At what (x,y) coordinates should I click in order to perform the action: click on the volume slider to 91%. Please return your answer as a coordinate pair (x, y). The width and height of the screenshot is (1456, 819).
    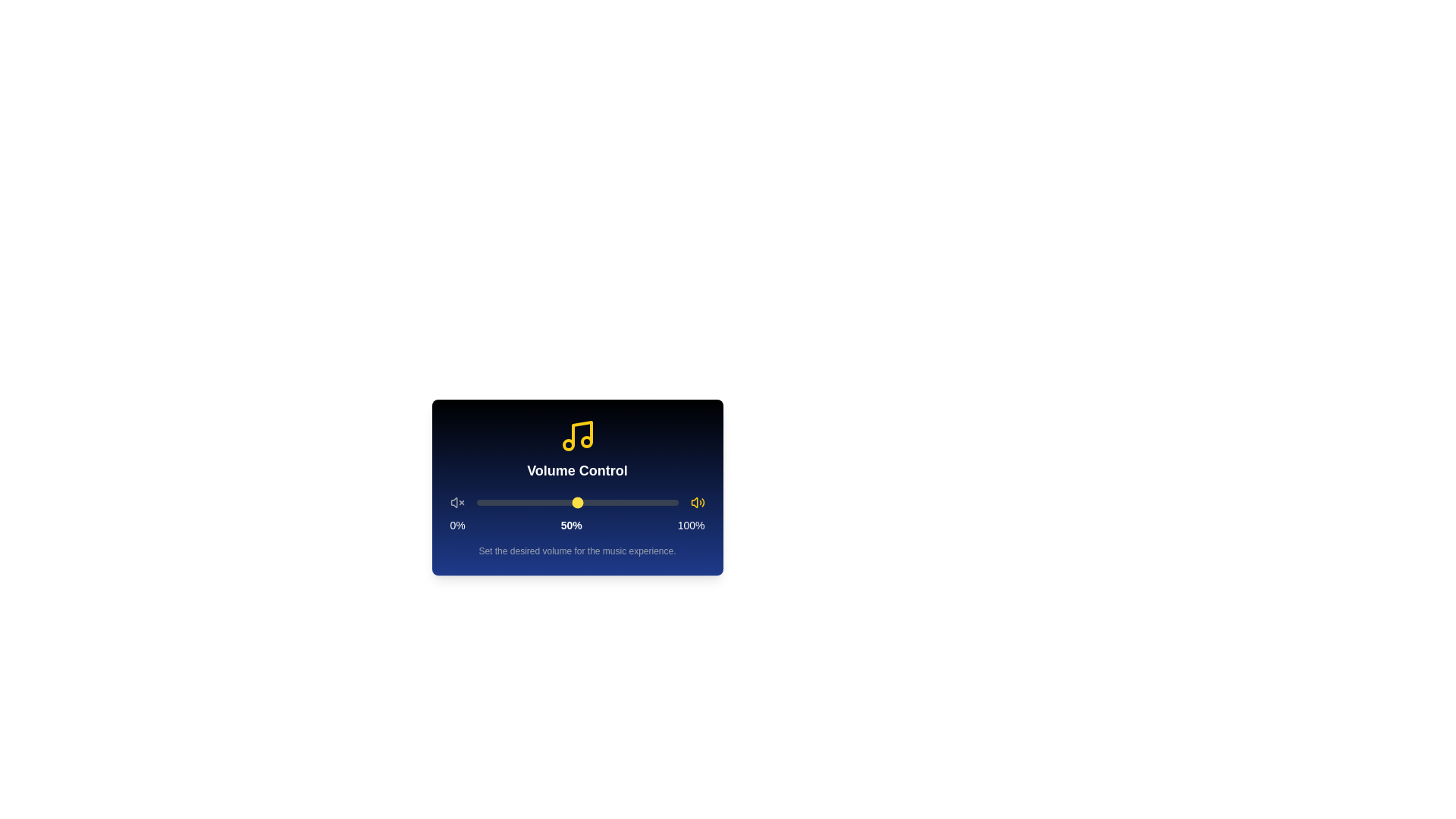
    Looking at the image, I should click on (660, 503).